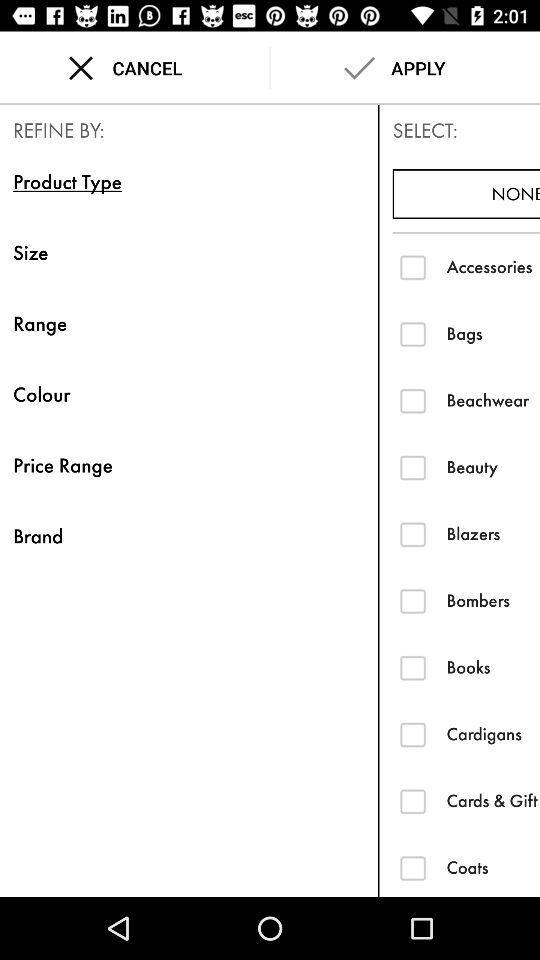 This screenshot has height=960, width=540. Describe the element at coordinates (412, 866) in the screenshot. I see `mark checkbox` at that location.